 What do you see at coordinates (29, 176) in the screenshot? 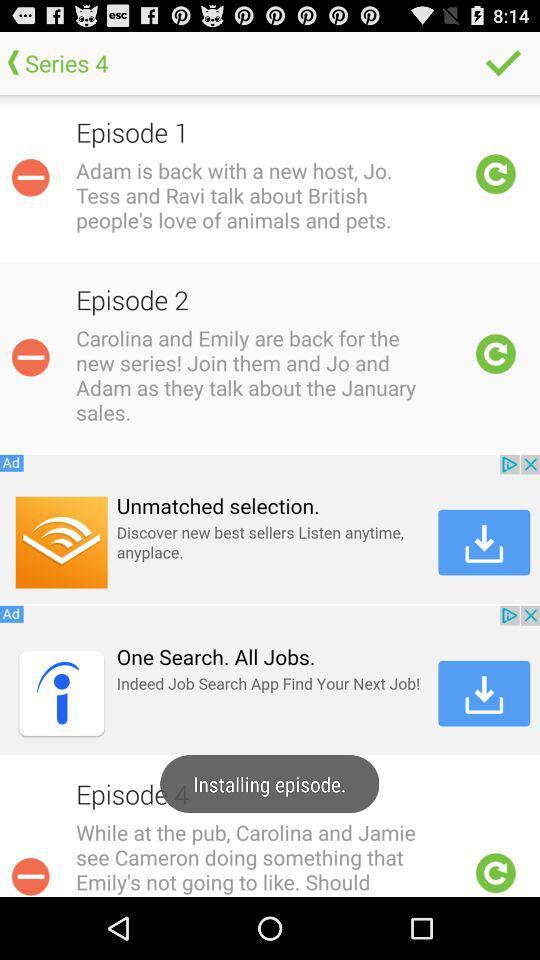
I see `hide description` at bounding box center [29, 176].